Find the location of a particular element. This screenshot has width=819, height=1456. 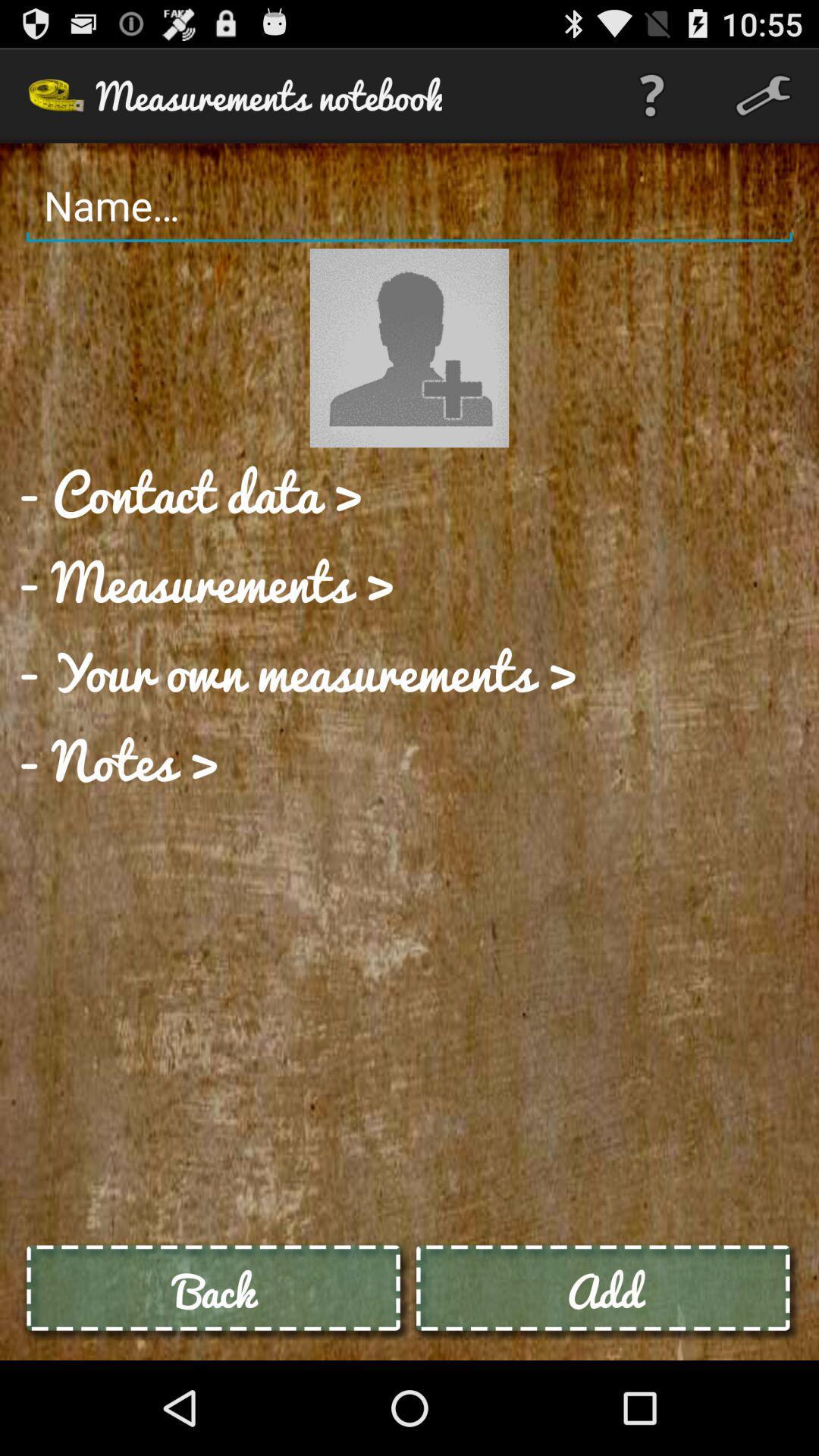

app to the right of measurements notebook item is located at coordinates (651, 94).